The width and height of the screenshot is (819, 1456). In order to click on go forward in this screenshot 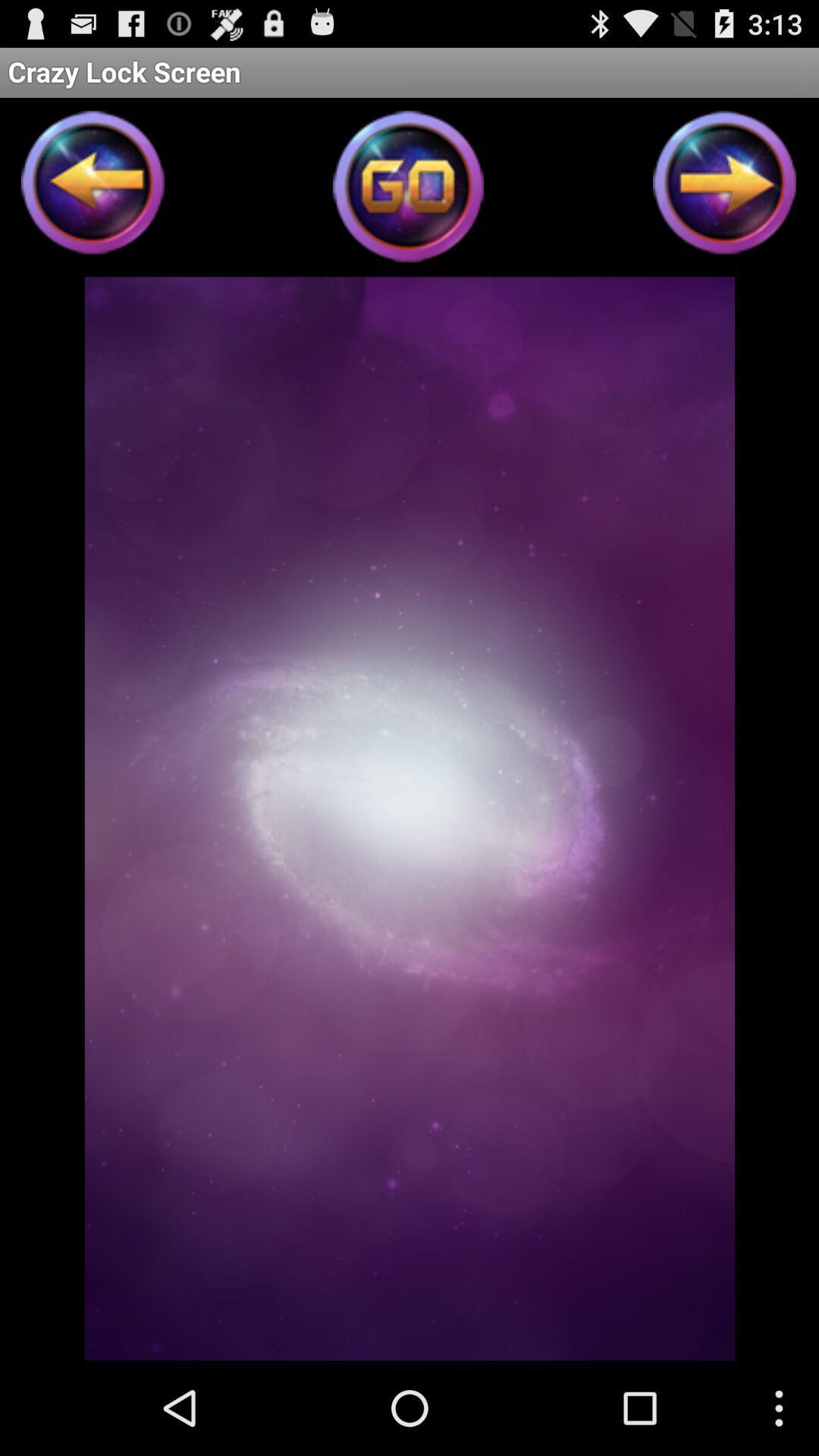, I will do `click(724, 187)`.